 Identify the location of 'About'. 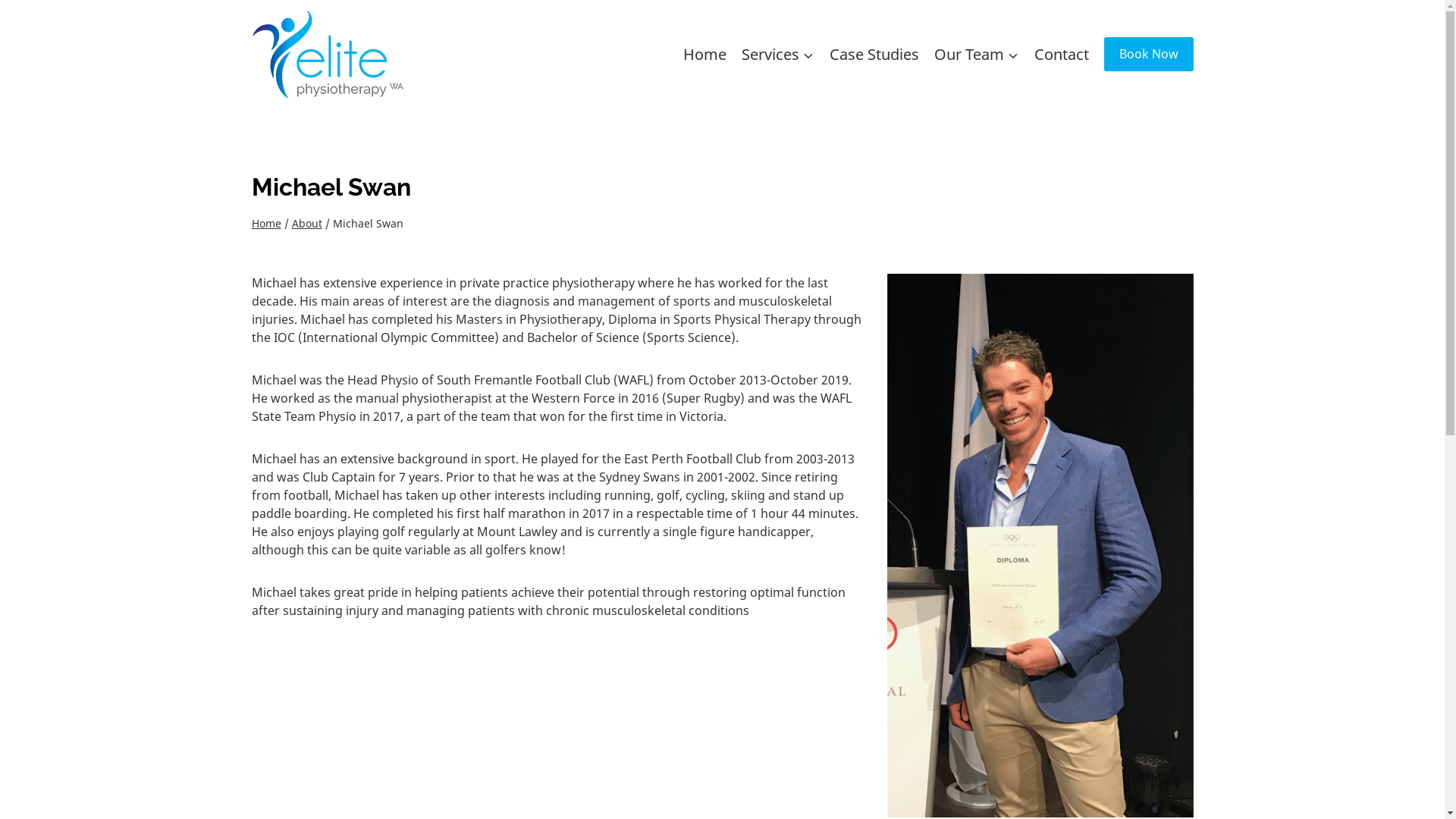
(305, 223).